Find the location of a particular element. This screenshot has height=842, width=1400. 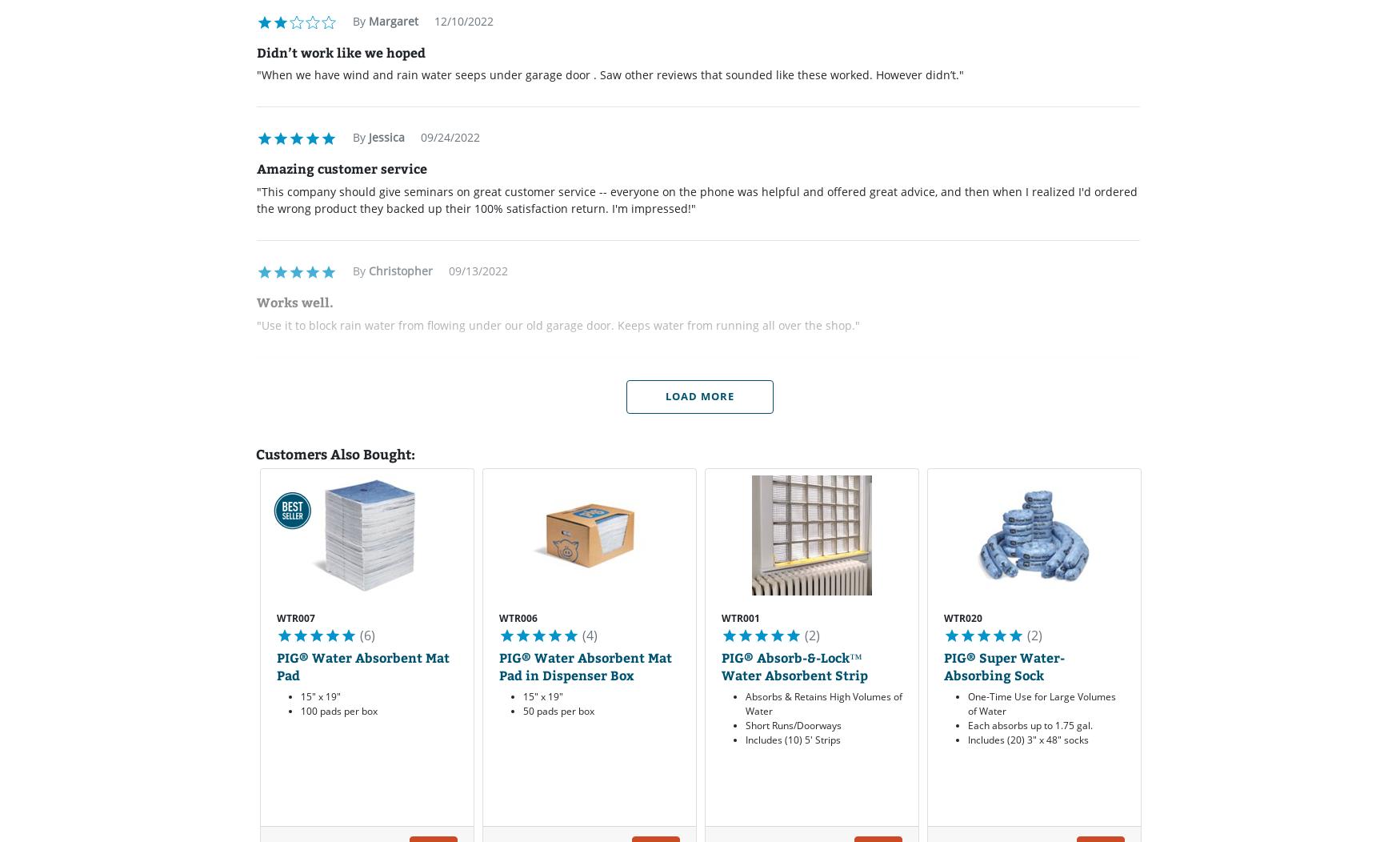

'WTR004' is located at coordinates (1186, 617).